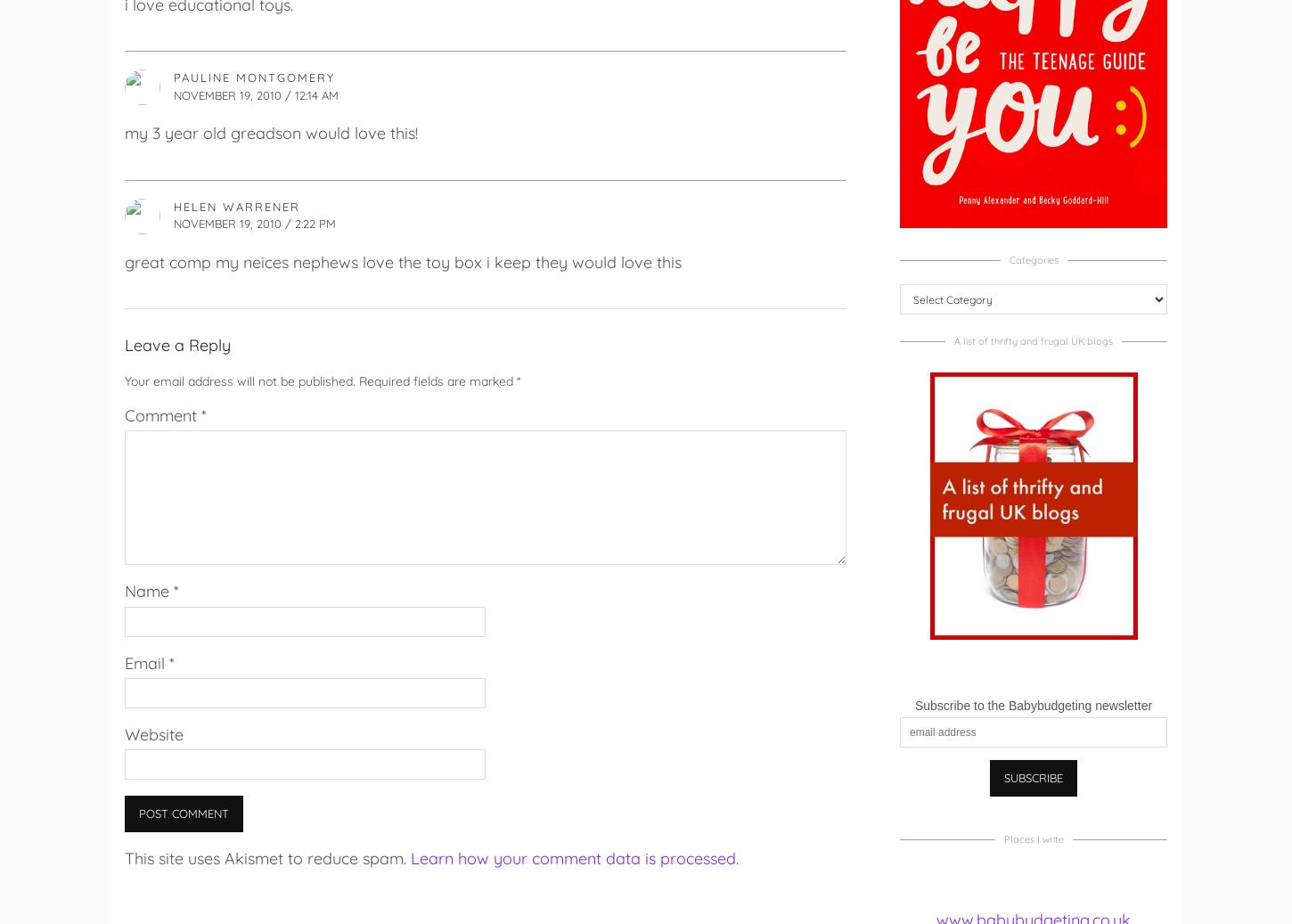 Image resolution: width=1292 pixels, height=924 pixels. Describe the element at coordinates (240, 380) in the screenshot. I see `'Your email address will not be published.'` at that location.